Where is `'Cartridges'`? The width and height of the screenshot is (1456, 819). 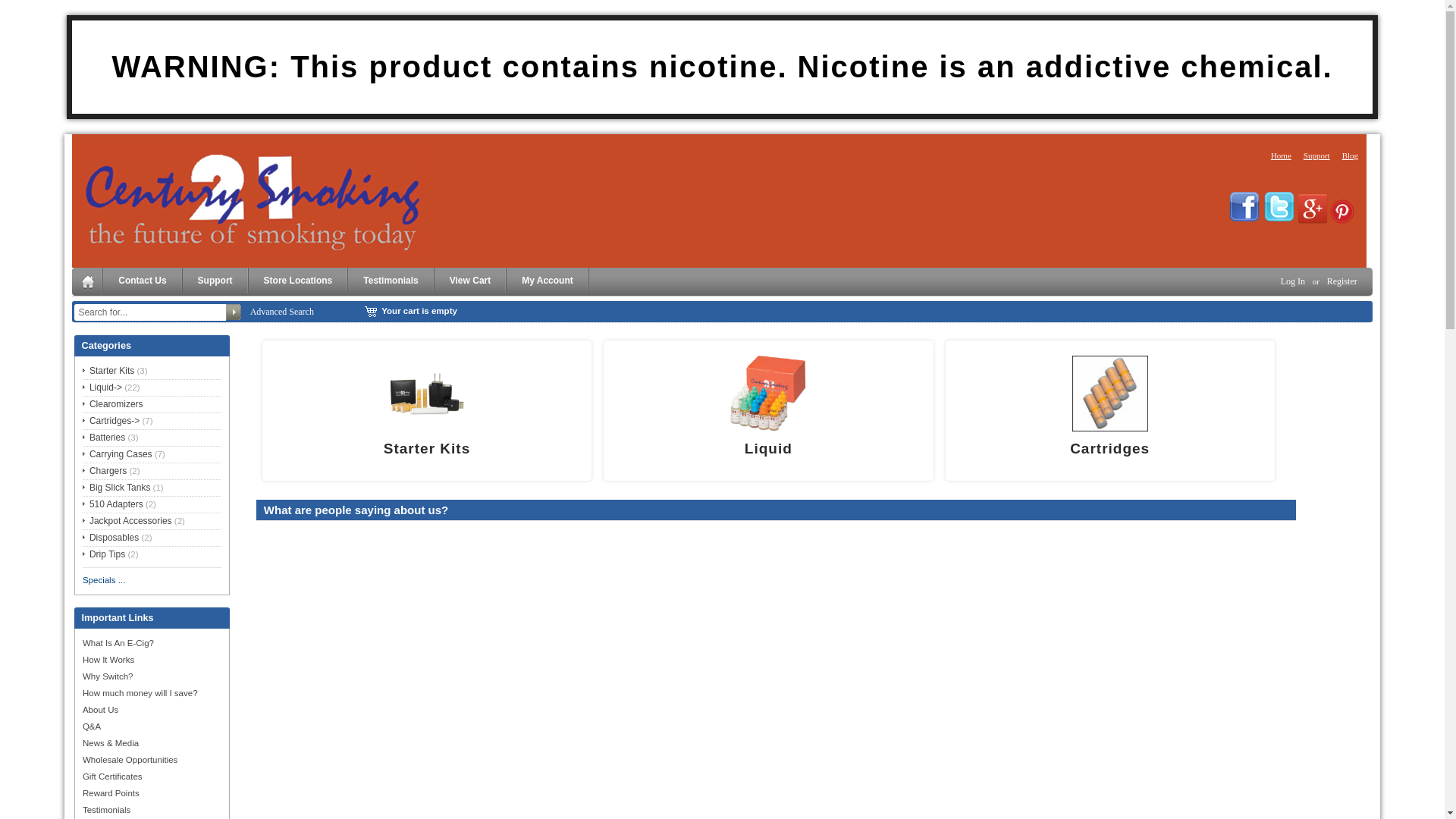
'Cartridges' is located at coordinates (1069, 447).